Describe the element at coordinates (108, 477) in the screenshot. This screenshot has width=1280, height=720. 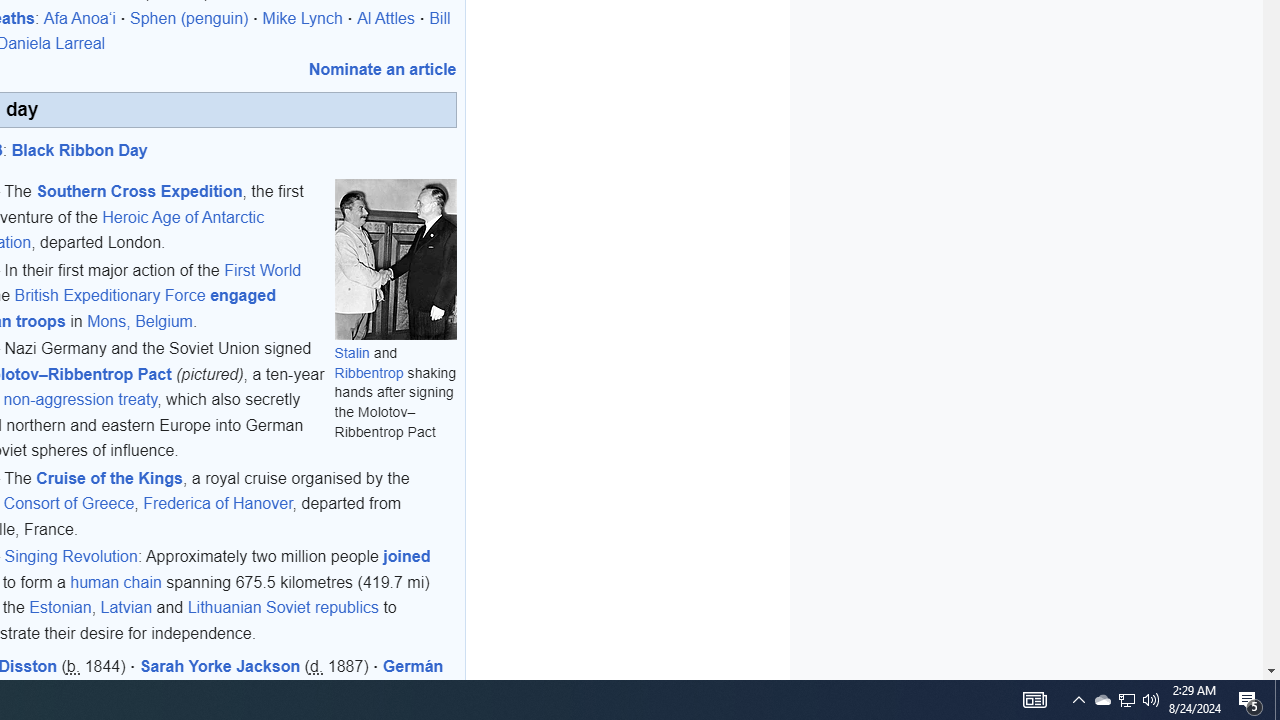
I see `'Cruise of the Kings'` at that location.